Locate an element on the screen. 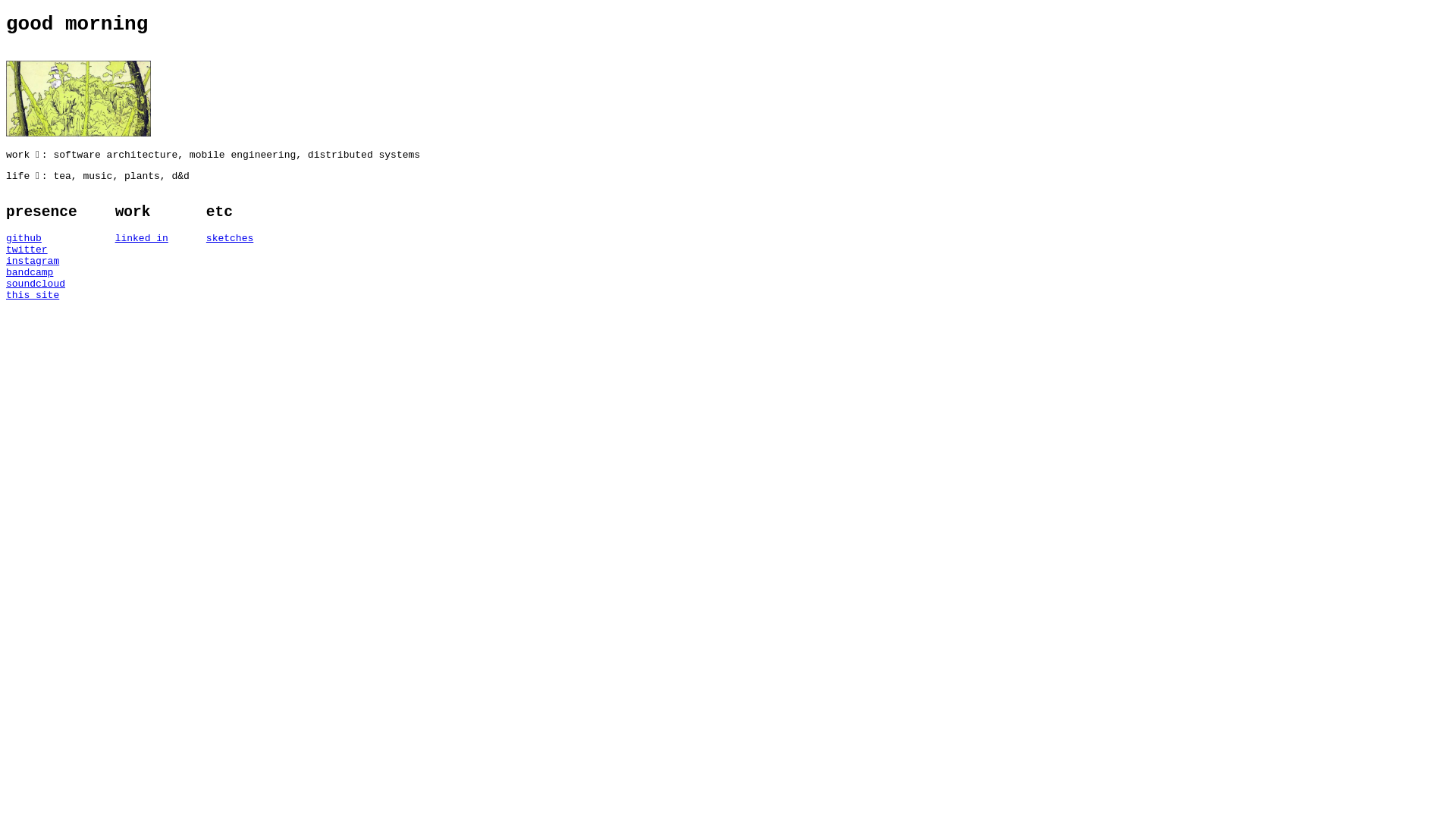 The width and height of the screenshot is (1456, 819). 'sketches' is located at coordinates (228, 238).